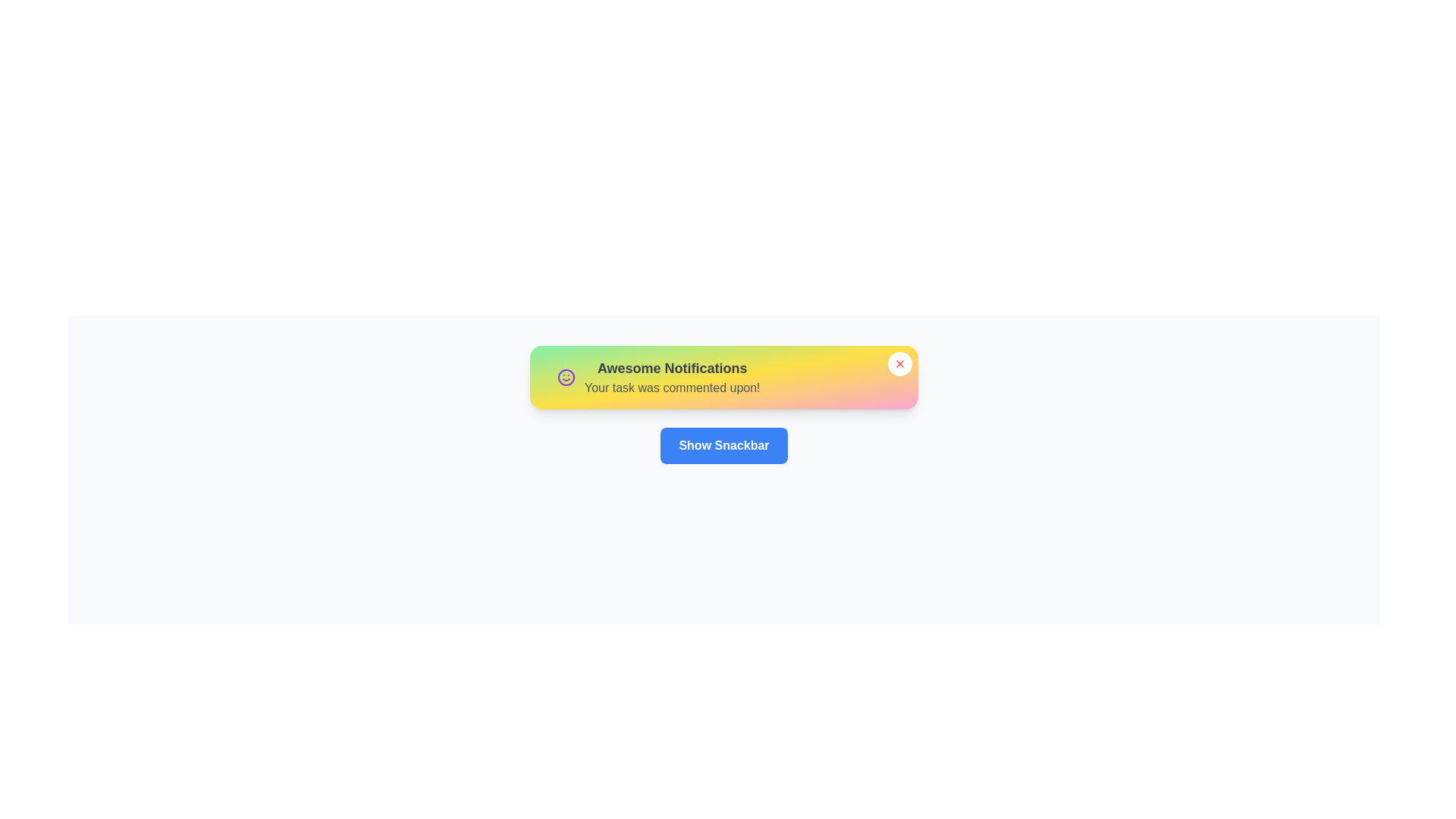  What do you see at coordinates (899, 363) in the screenshot?
I see `the close button of the snackbar to close it` at bounding box center [899, 363].